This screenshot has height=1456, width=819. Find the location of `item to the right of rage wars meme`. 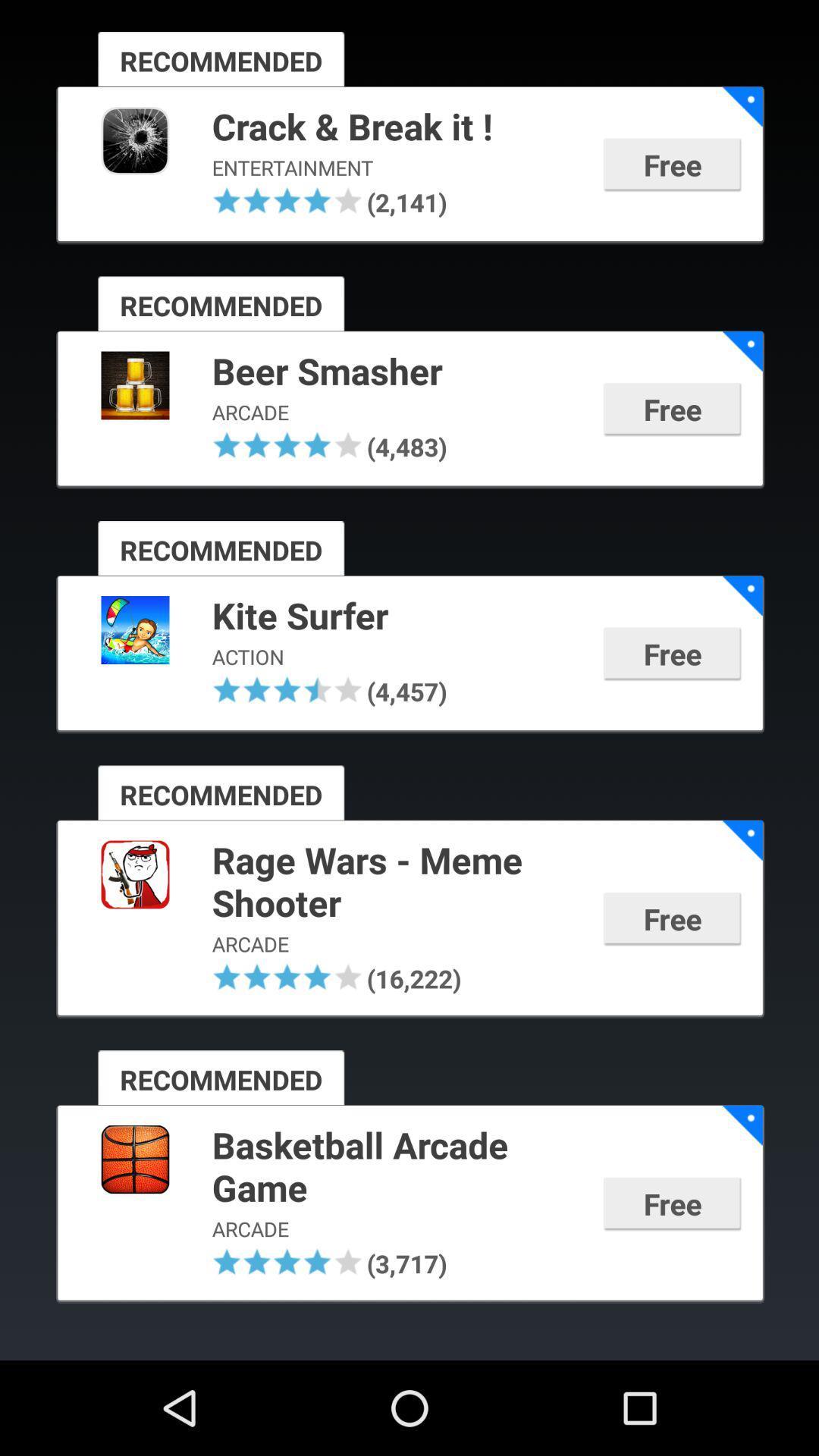

item to the right of rage wars meme is located at coordinates (742, 839).